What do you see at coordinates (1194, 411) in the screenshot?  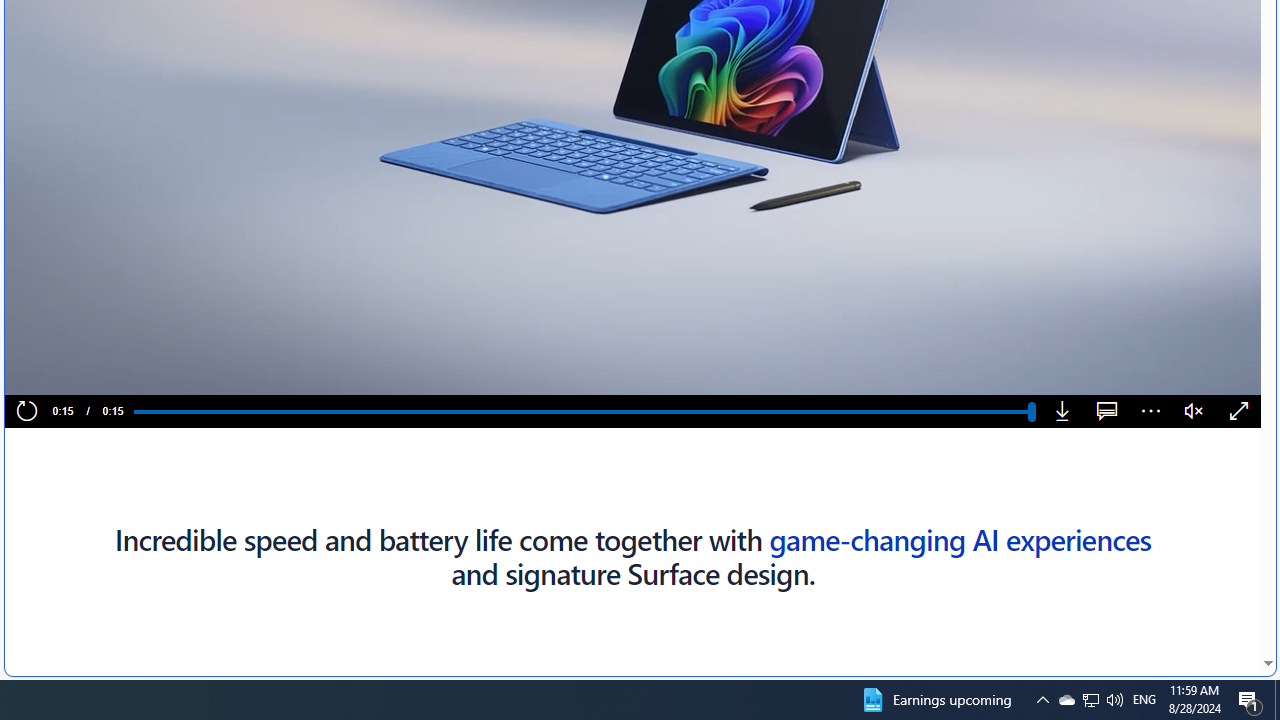 I see `'Unmute'` at bounding box center [1194, 411].